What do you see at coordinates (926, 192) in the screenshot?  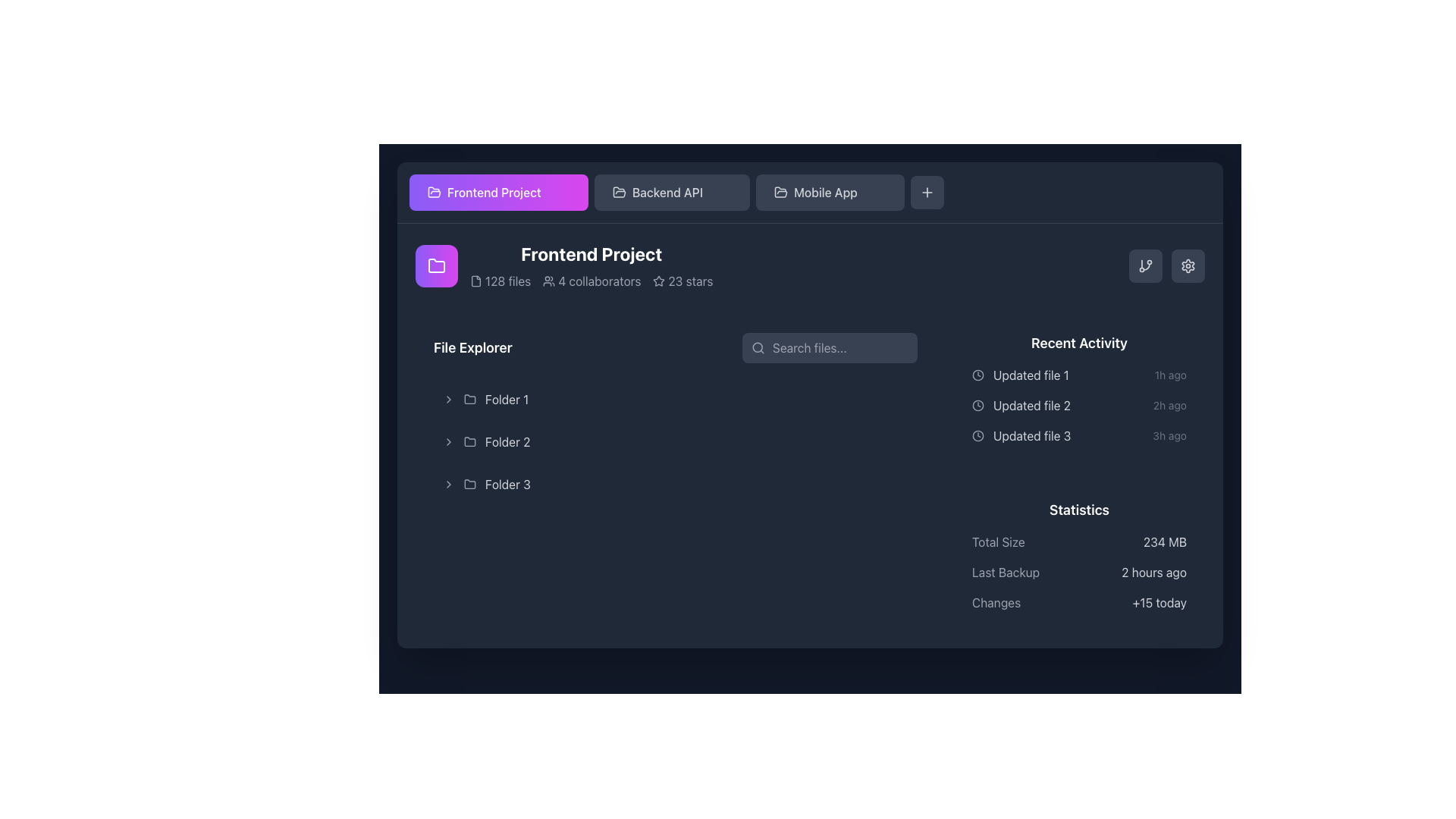 I see `the 'Add' button located at the top-right corner of the interface` at bounding box center [926, 192].